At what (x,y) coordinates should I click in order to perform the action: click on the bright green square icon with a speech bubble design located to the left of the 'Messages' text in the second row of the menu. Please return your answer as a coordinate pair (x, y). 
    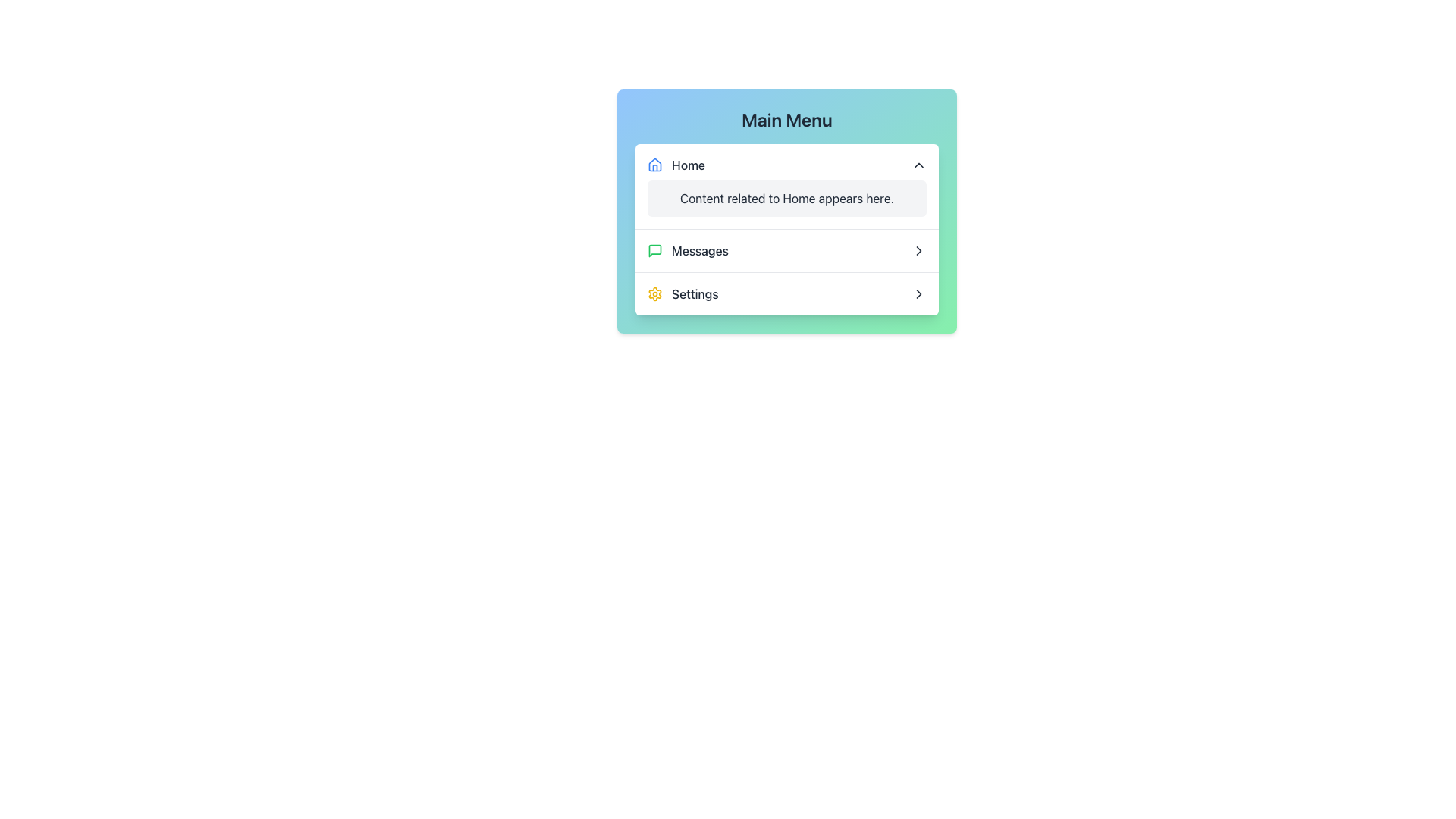
    Looking at the image, I should click on (655, 250).